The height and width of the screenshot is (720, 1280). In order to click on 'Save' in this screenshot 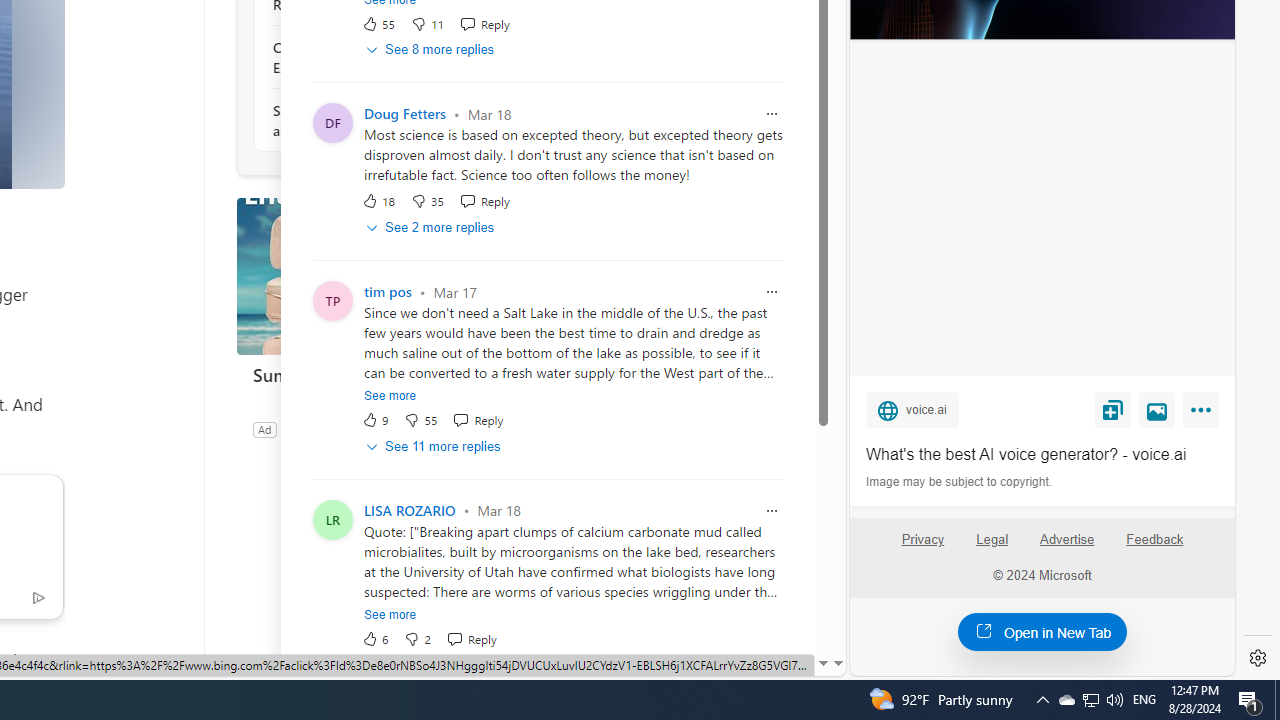, I will do `click(1111, 408)`.